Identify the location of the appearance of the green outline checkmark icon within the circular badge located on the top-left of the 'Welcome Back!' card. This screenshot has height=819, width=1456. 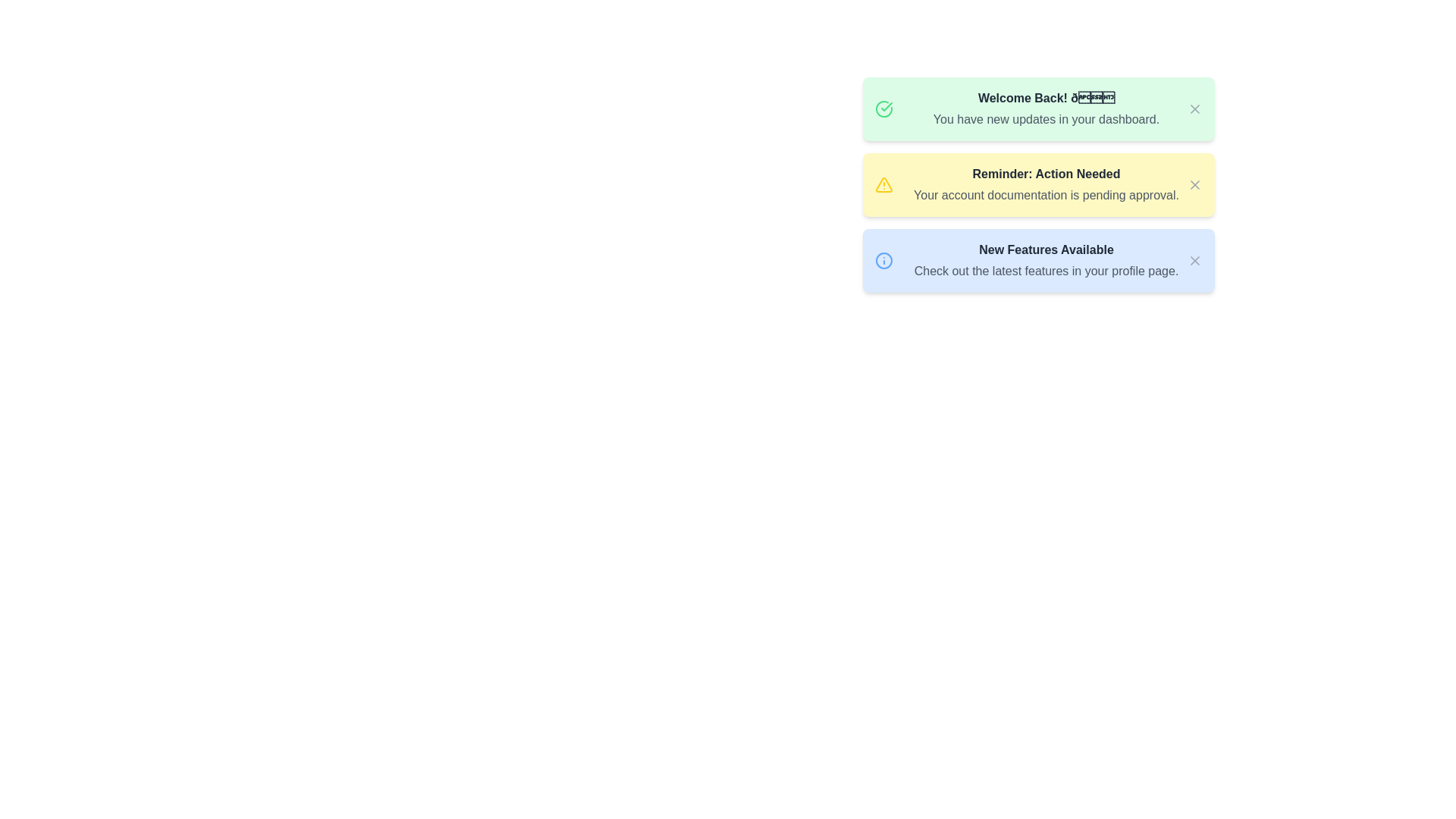
(886, 106).